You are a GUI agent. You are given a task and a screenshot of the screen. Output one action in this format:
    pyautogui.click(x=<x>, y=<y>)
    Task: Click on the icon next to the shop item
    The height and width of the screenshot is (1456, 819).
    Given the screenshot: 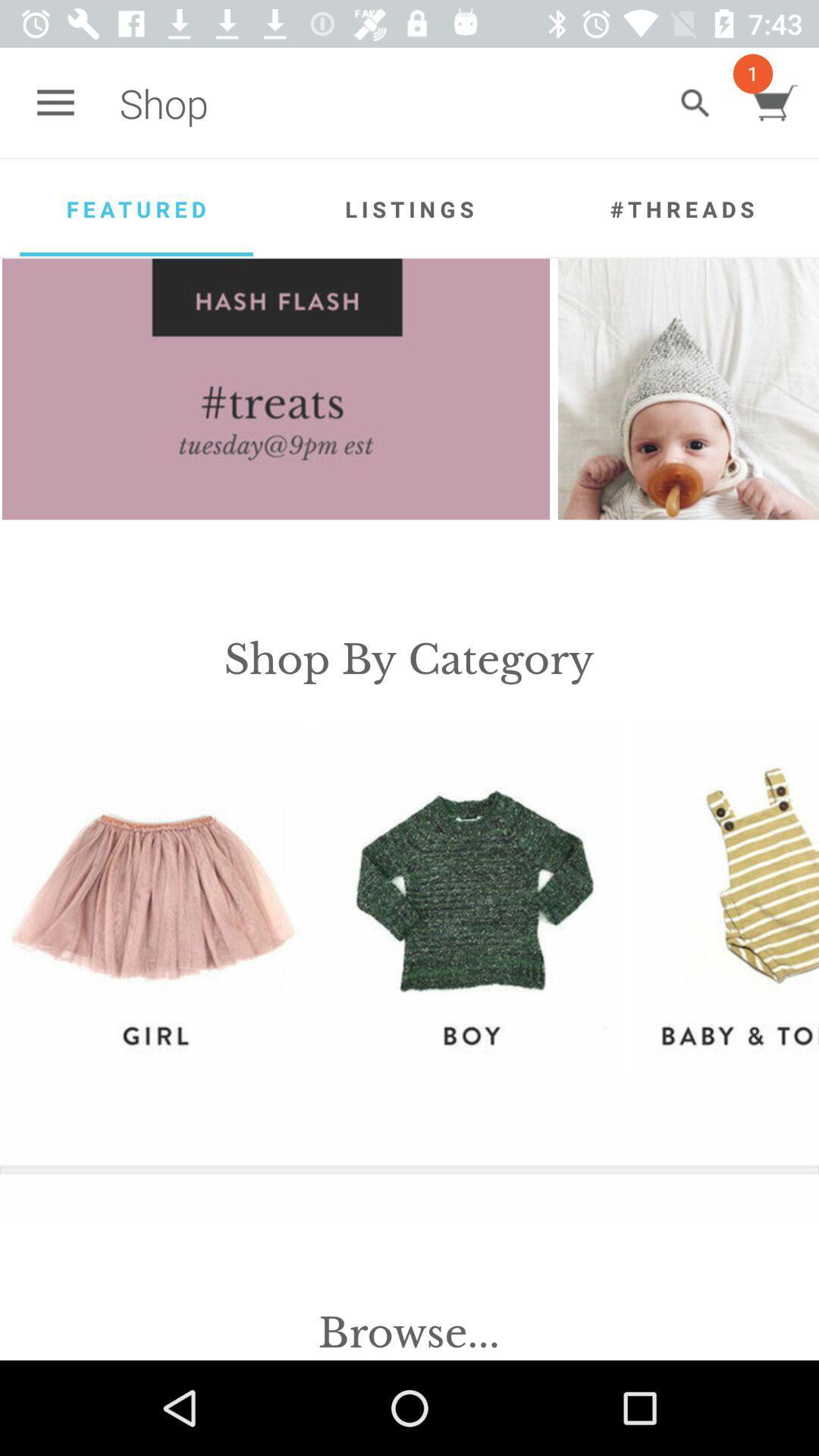 What is the action you would take?
    pyautogui.click(x=55, y=102)
    